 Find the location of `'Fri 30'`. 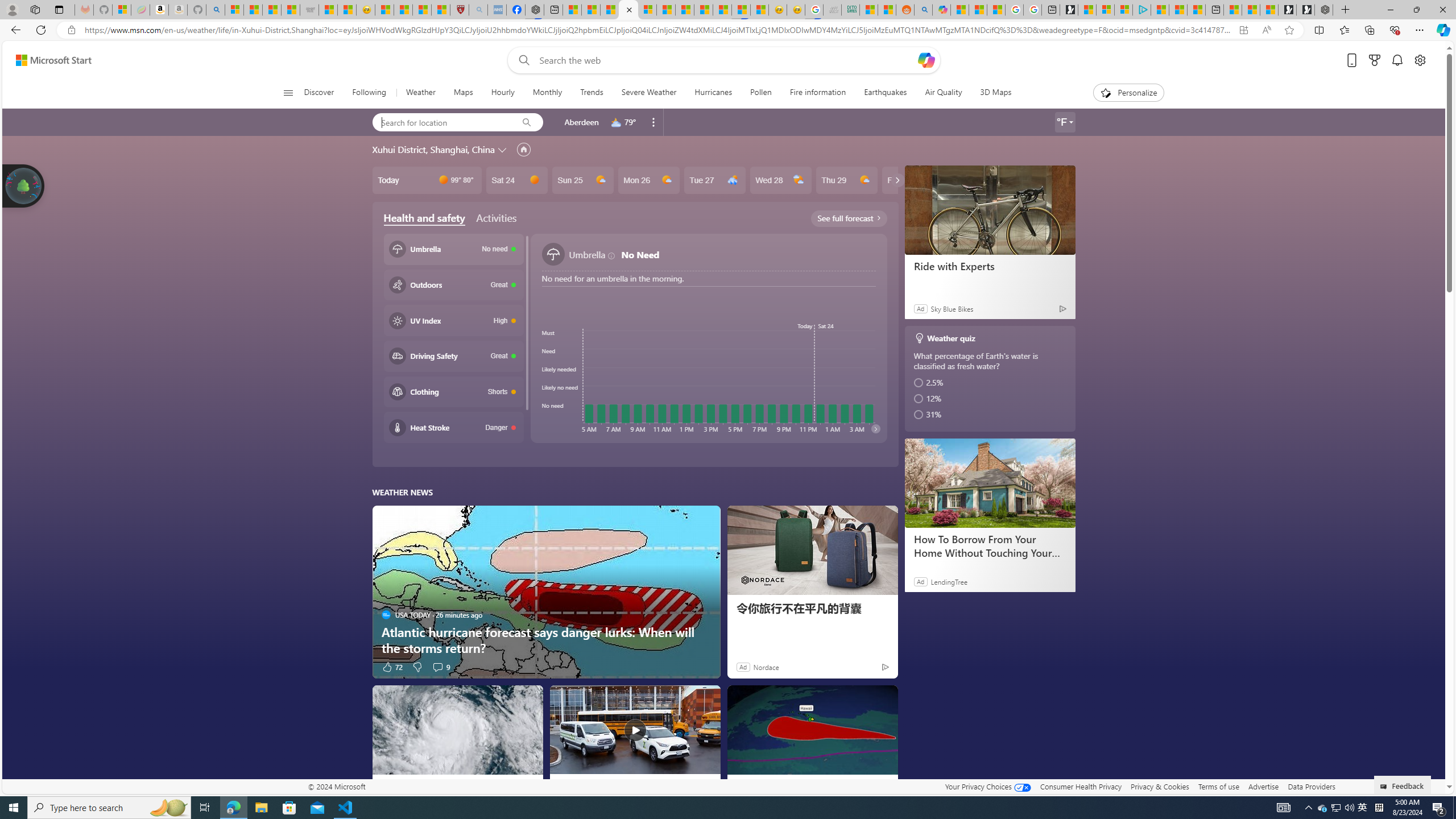

'Fri 30' is located at coordinates (911, 179).